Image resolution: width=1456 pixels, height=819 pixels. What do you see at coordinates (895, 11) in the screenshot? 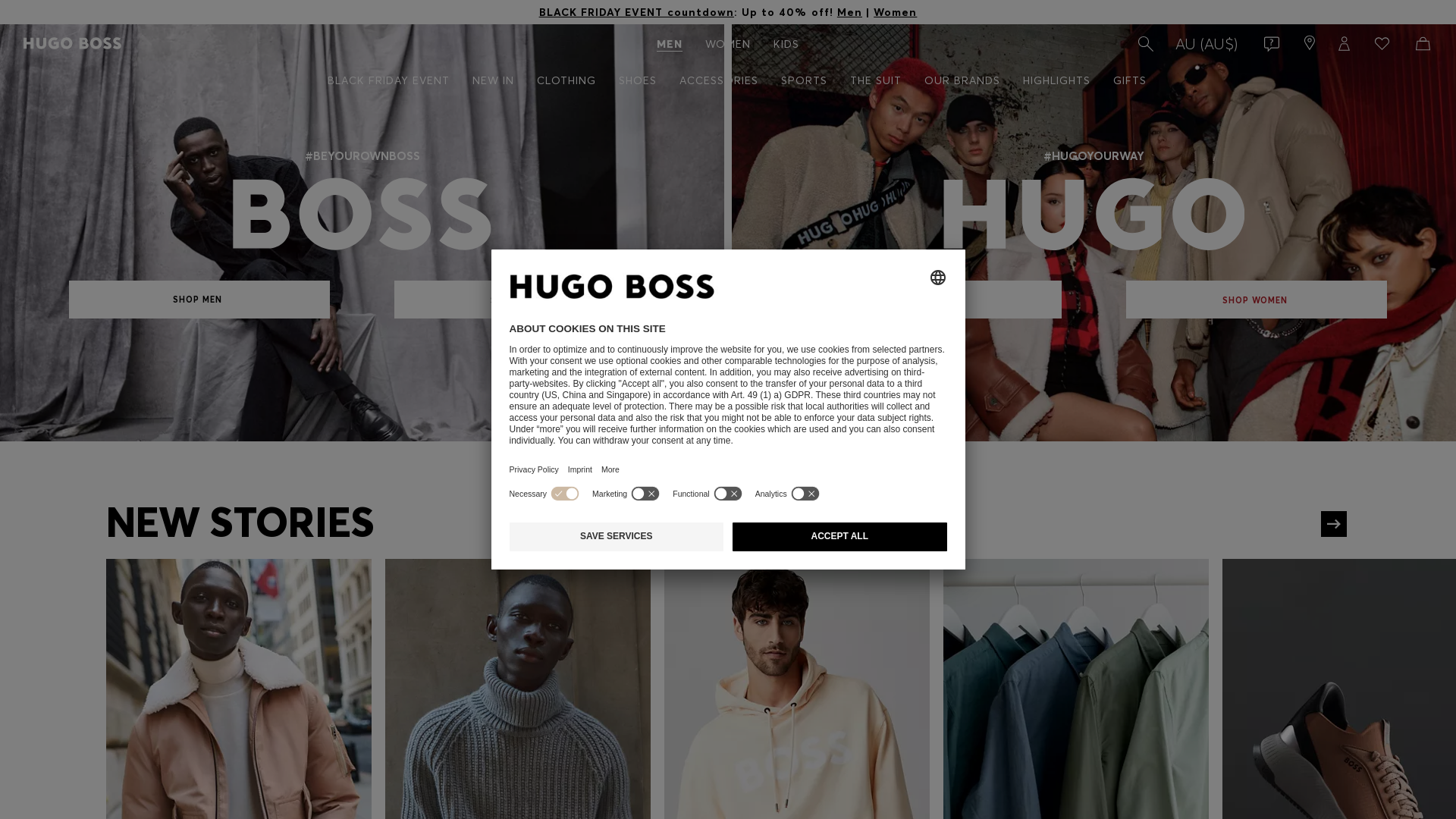
I see `'Women'` at bounding box center [895, 11].